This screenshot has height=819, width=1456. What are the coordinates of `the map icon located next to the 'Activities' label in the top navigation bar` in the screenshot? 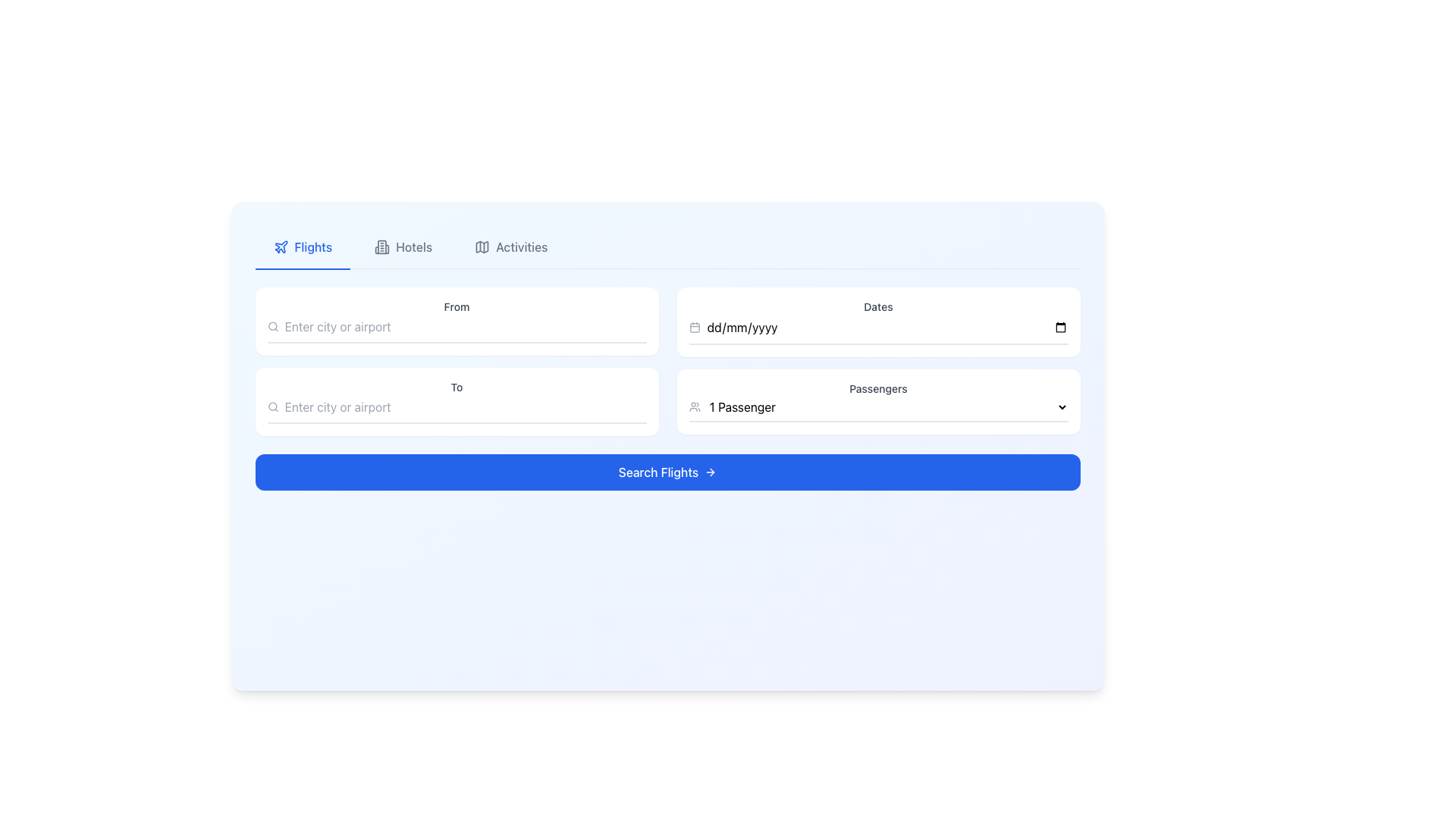 It's located at (482, 246).